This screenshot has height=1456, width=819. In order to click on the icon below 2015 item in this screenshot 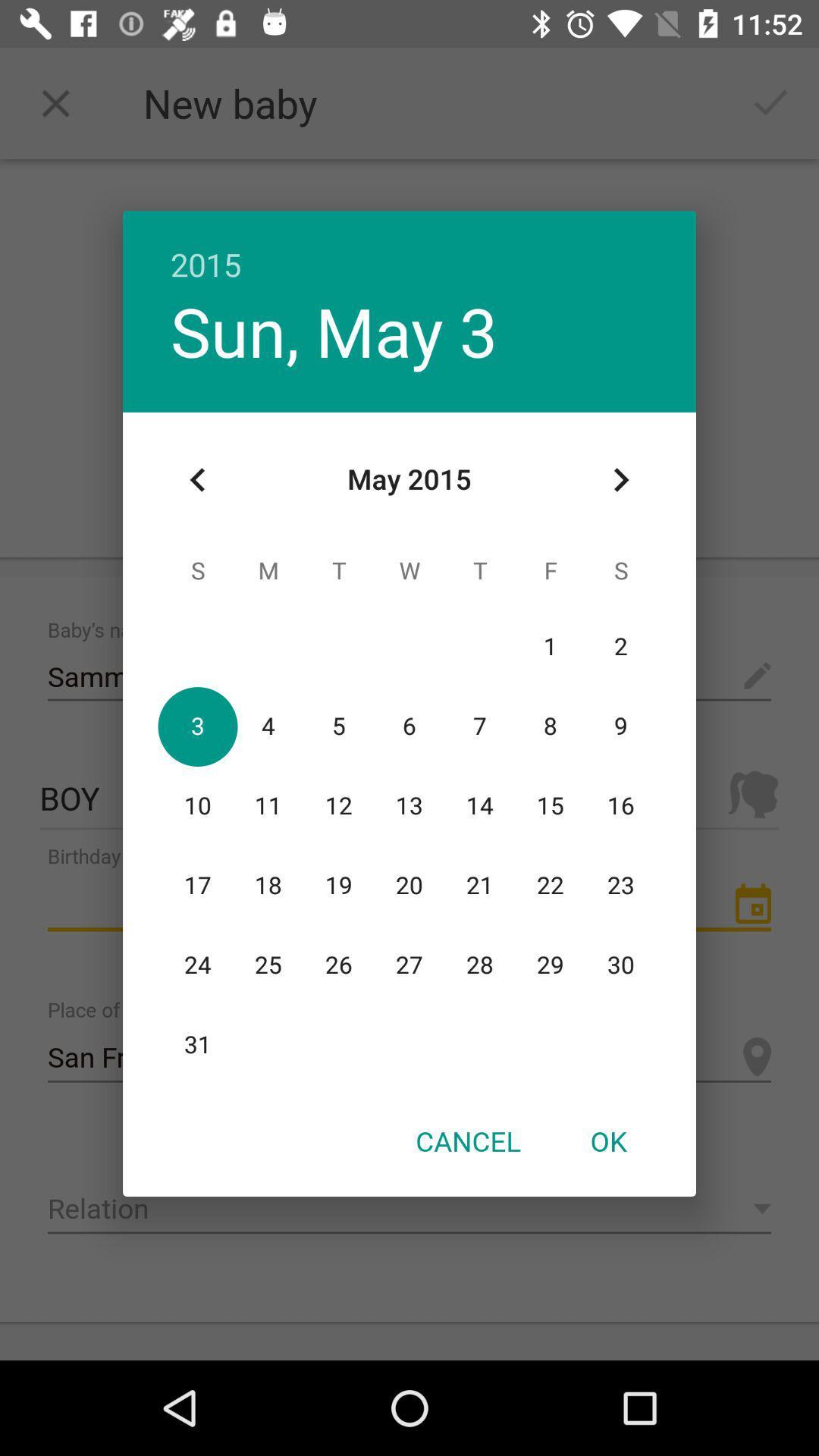, I will do `click(620, 479)`.